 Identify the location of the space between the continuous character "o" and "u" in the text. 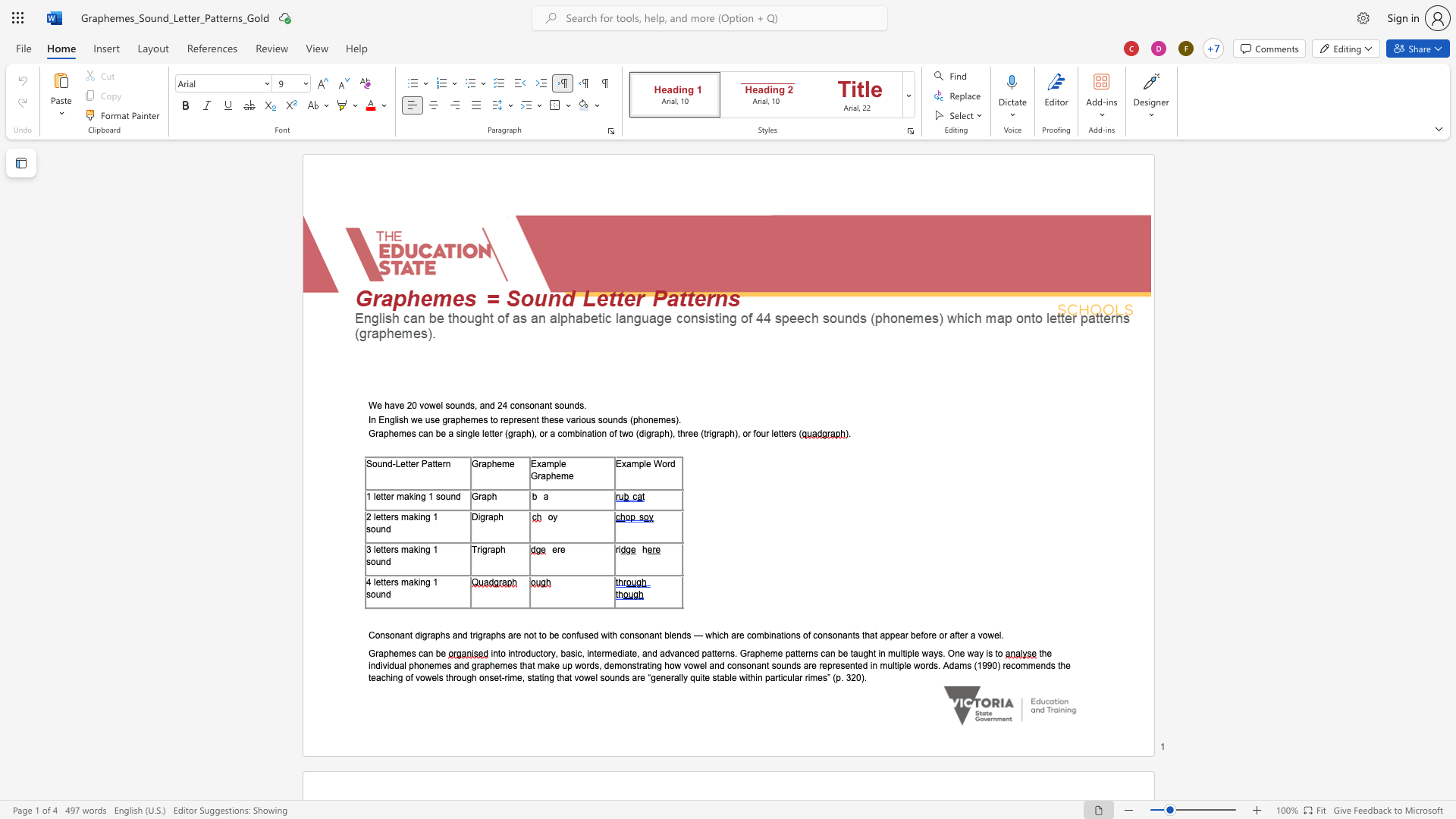
(377, 463).